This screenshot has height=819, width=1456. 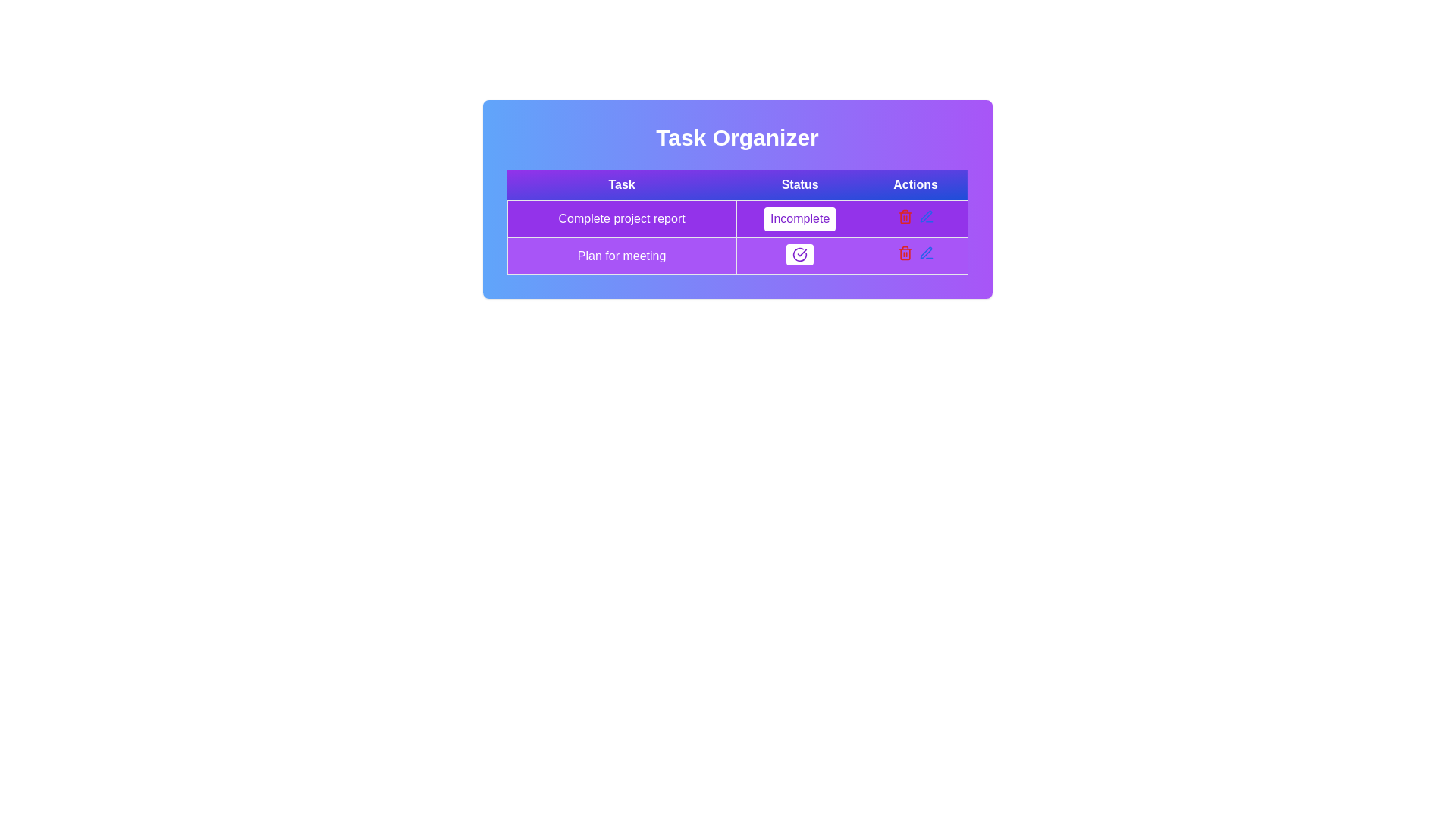 I want to click on the pen icon in the Actions column of the first row, so click(x=924, y=251).